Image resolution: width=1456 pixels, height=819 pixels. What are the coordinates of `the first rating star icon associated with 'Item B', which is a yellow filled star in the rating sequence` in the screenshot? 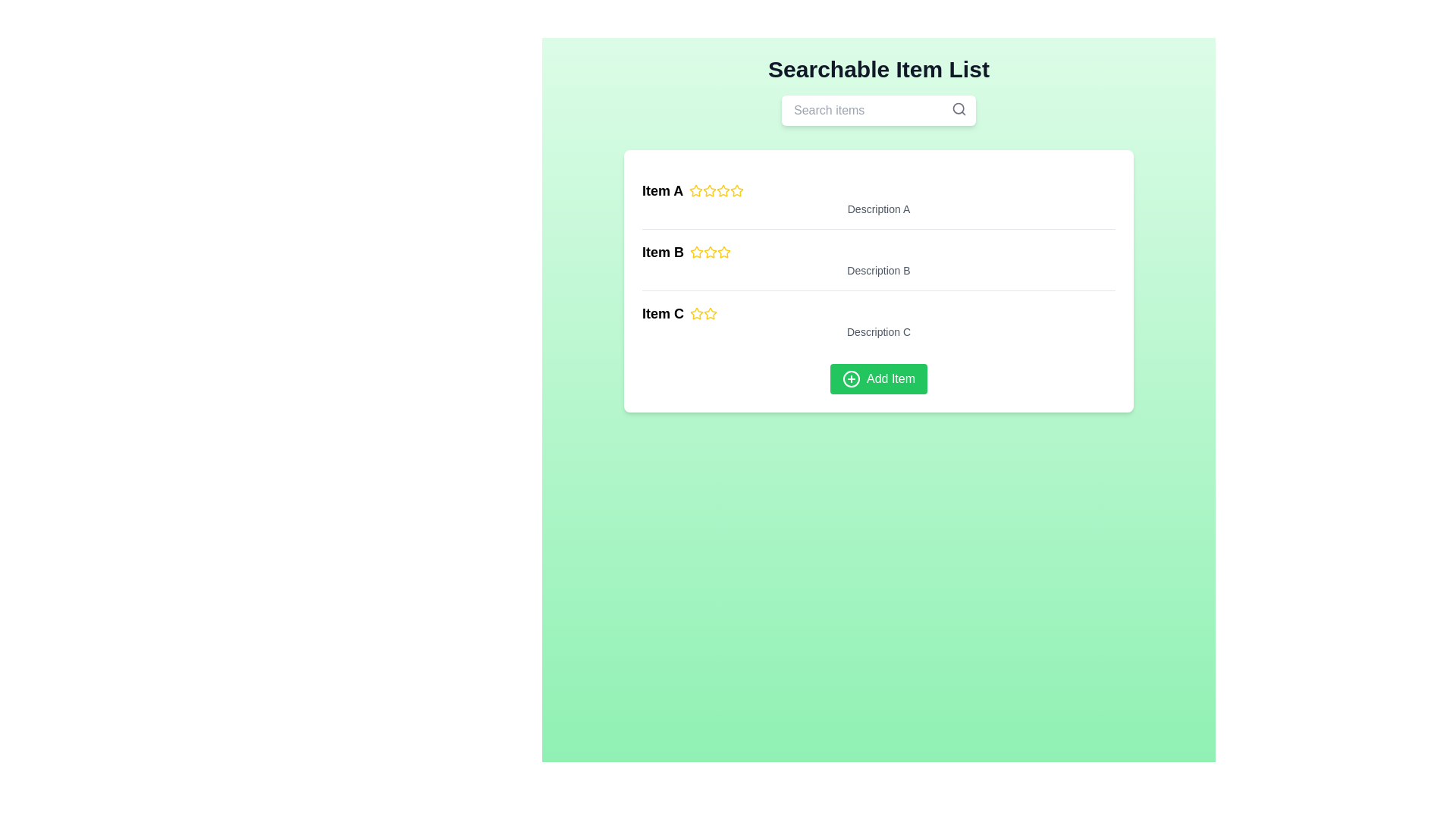 It's located at (696, 251).